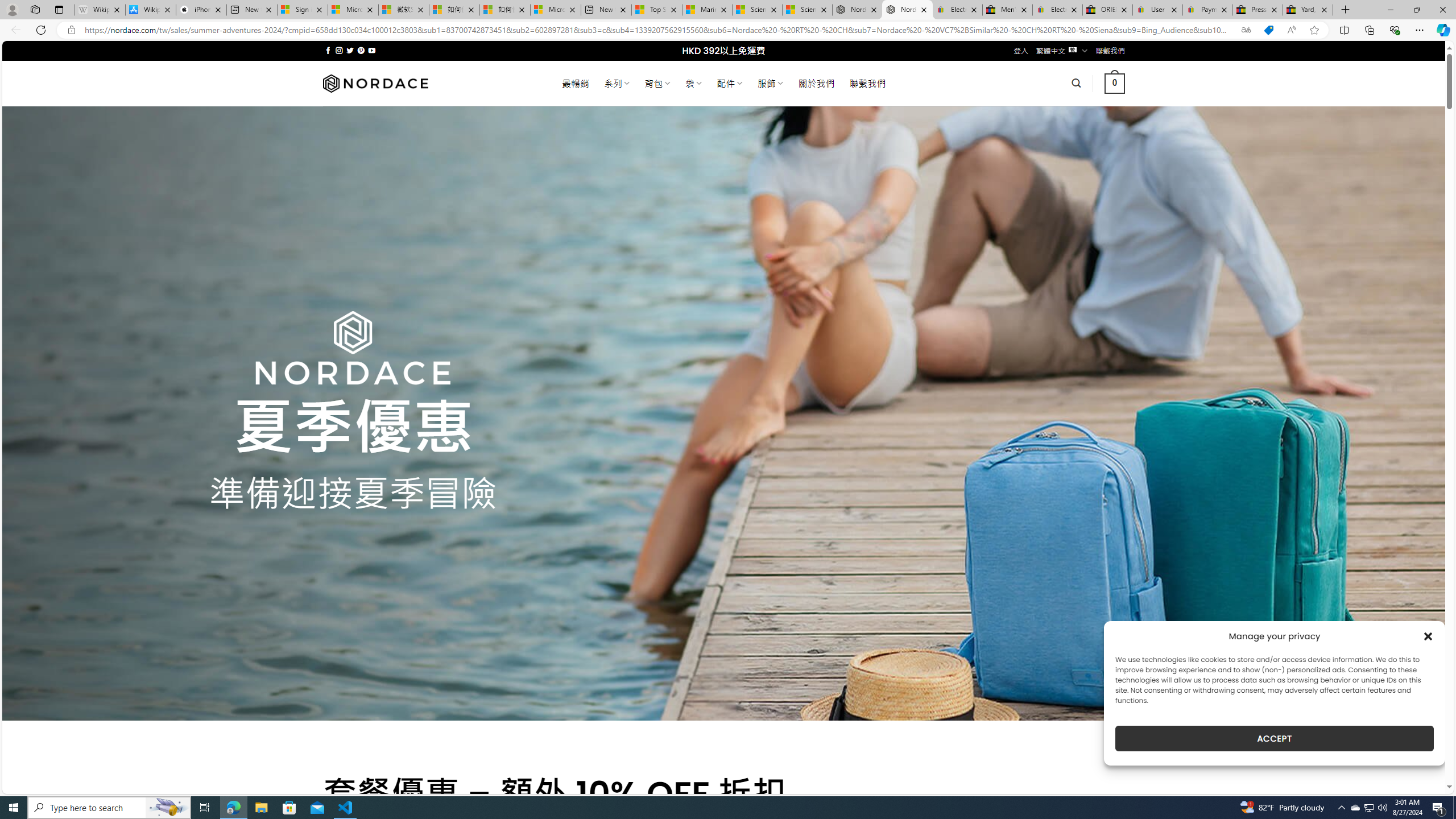  Describe the element at coordinates (375, 82) in the screenshot. I see `'Nordace'` at that location.